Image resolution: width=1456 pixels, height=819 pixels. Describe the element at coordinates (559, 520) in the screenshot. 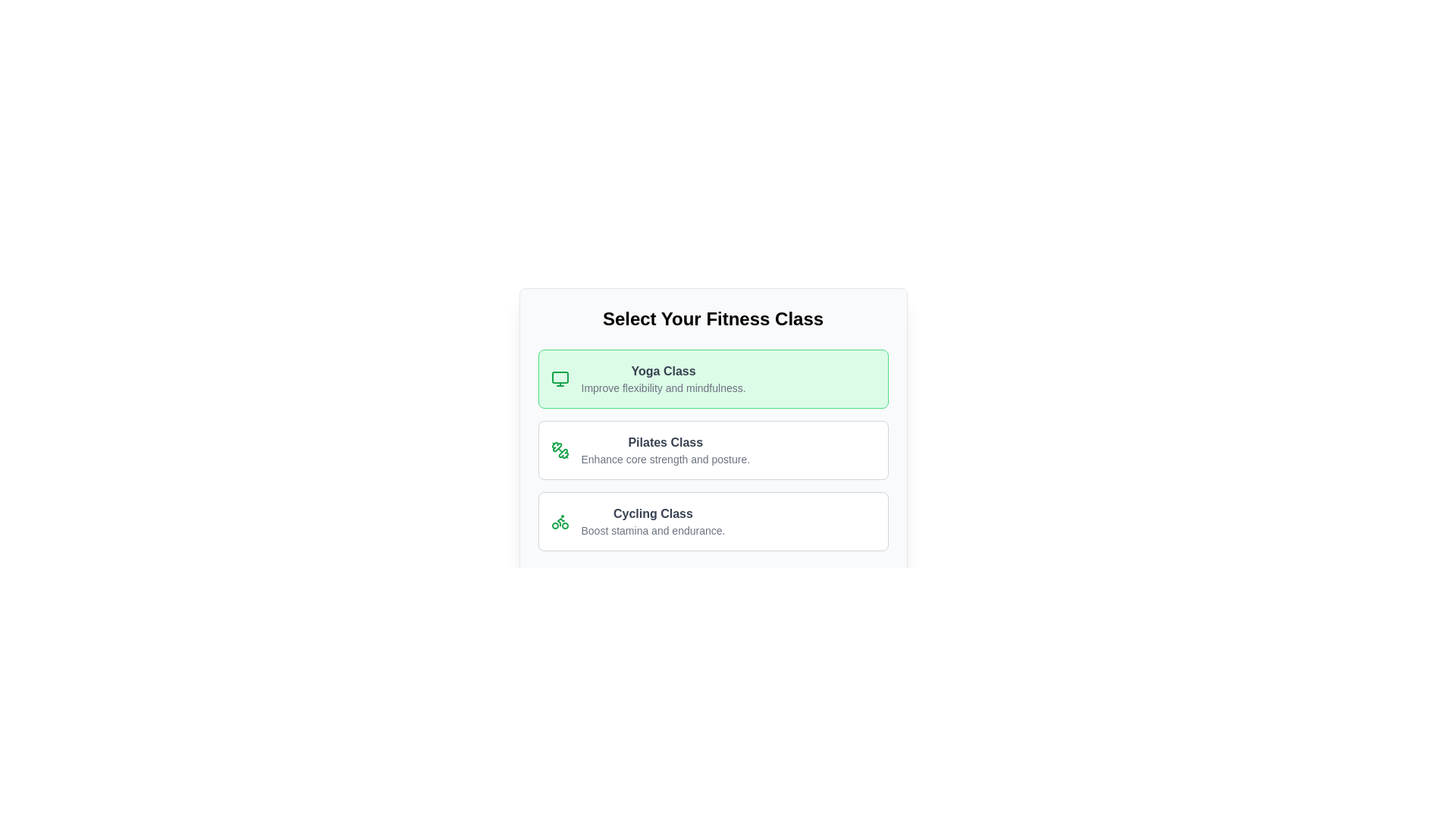

I see `the green bicycle icon located next to the text 'Cycling Class', which serves as a decorative element for the class name` at that location.